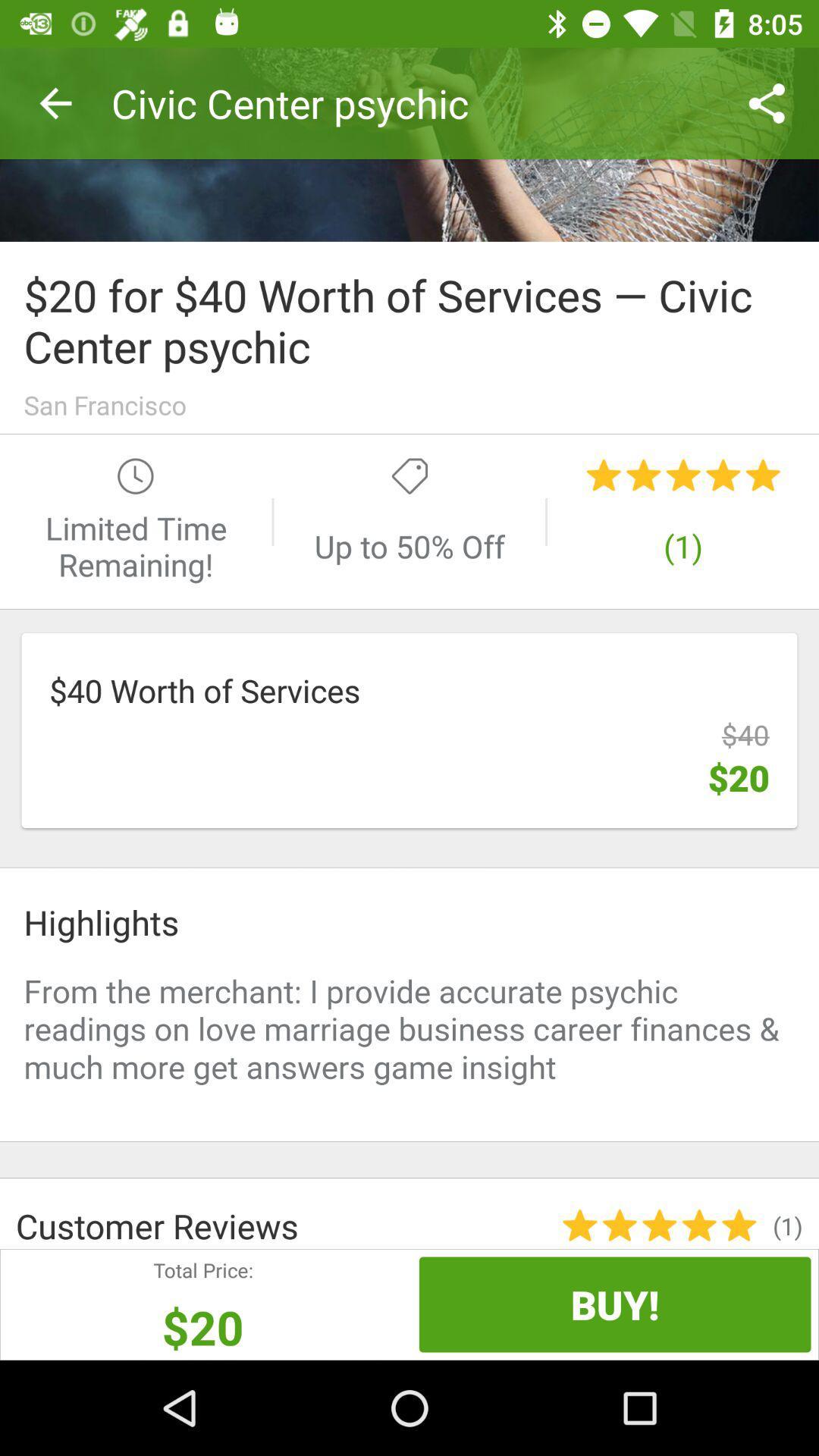 The image size is (819, 1456). Describe the element at coordinates (409, 144) in the screenshot. I see `share page and go back` at that location.